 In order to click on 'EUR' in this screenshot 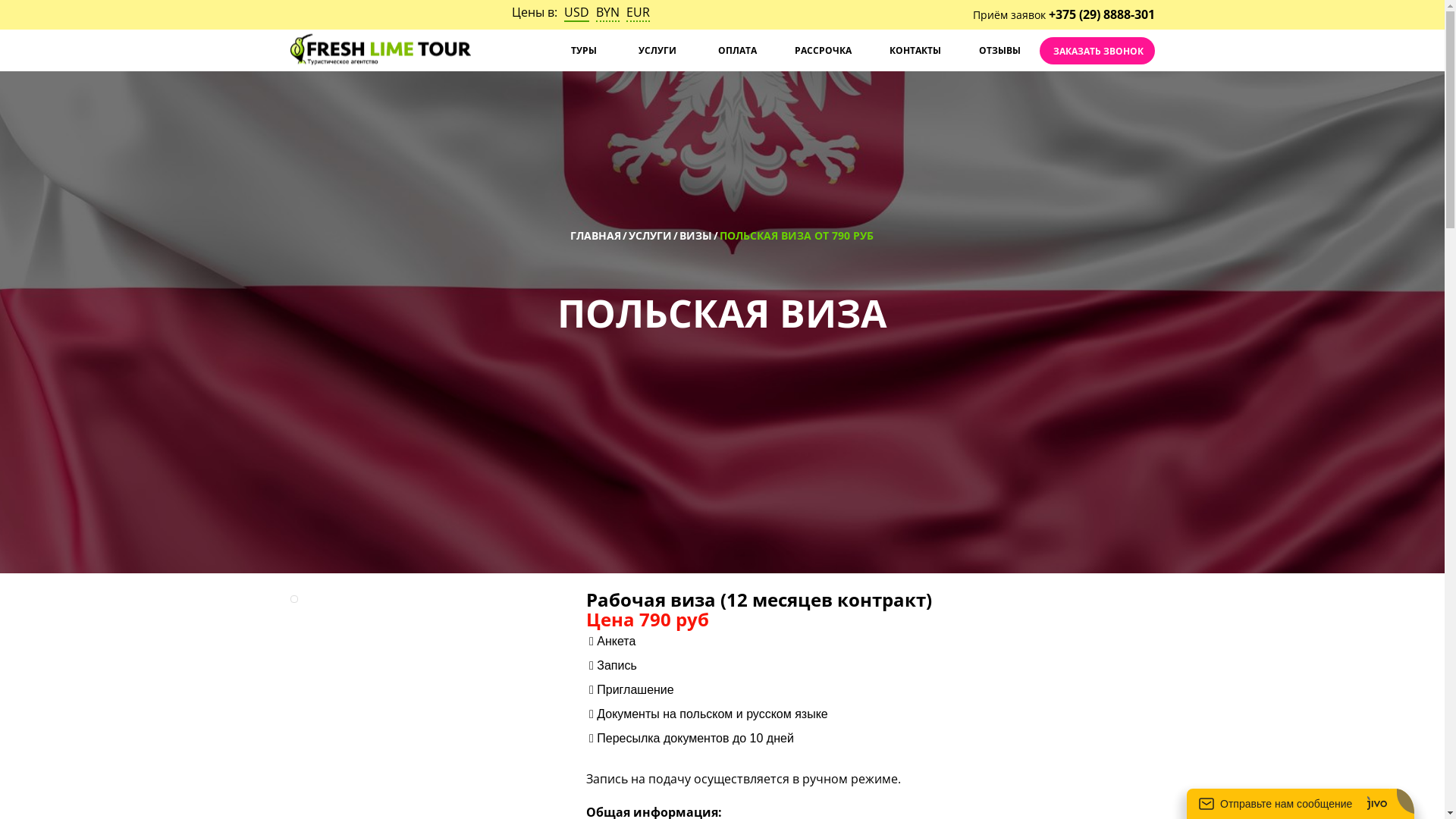, I will do `click(638, 12)`.